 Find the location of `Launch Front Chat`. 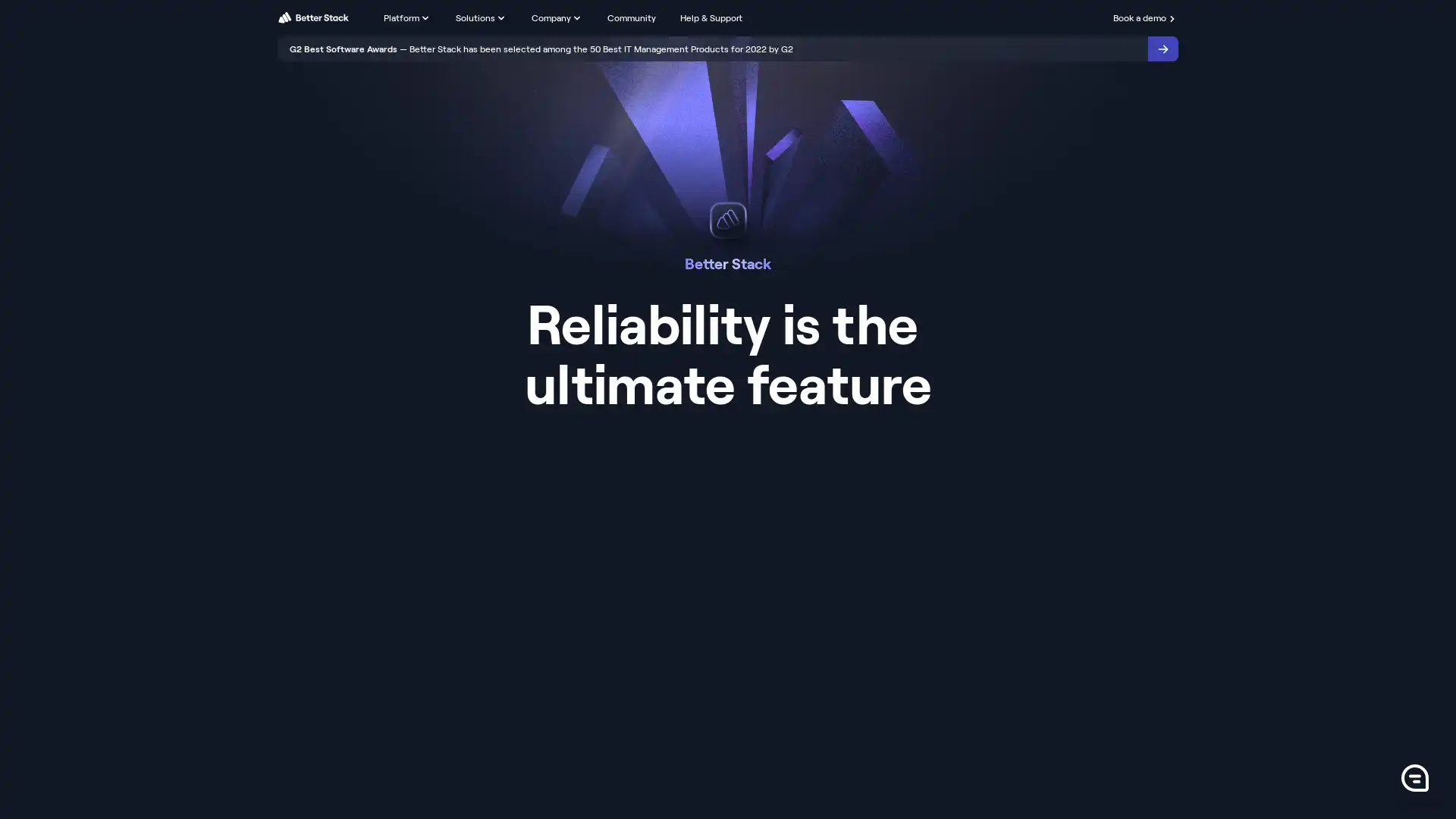

Launch Front Chat is located at coordinates (1414, 778).